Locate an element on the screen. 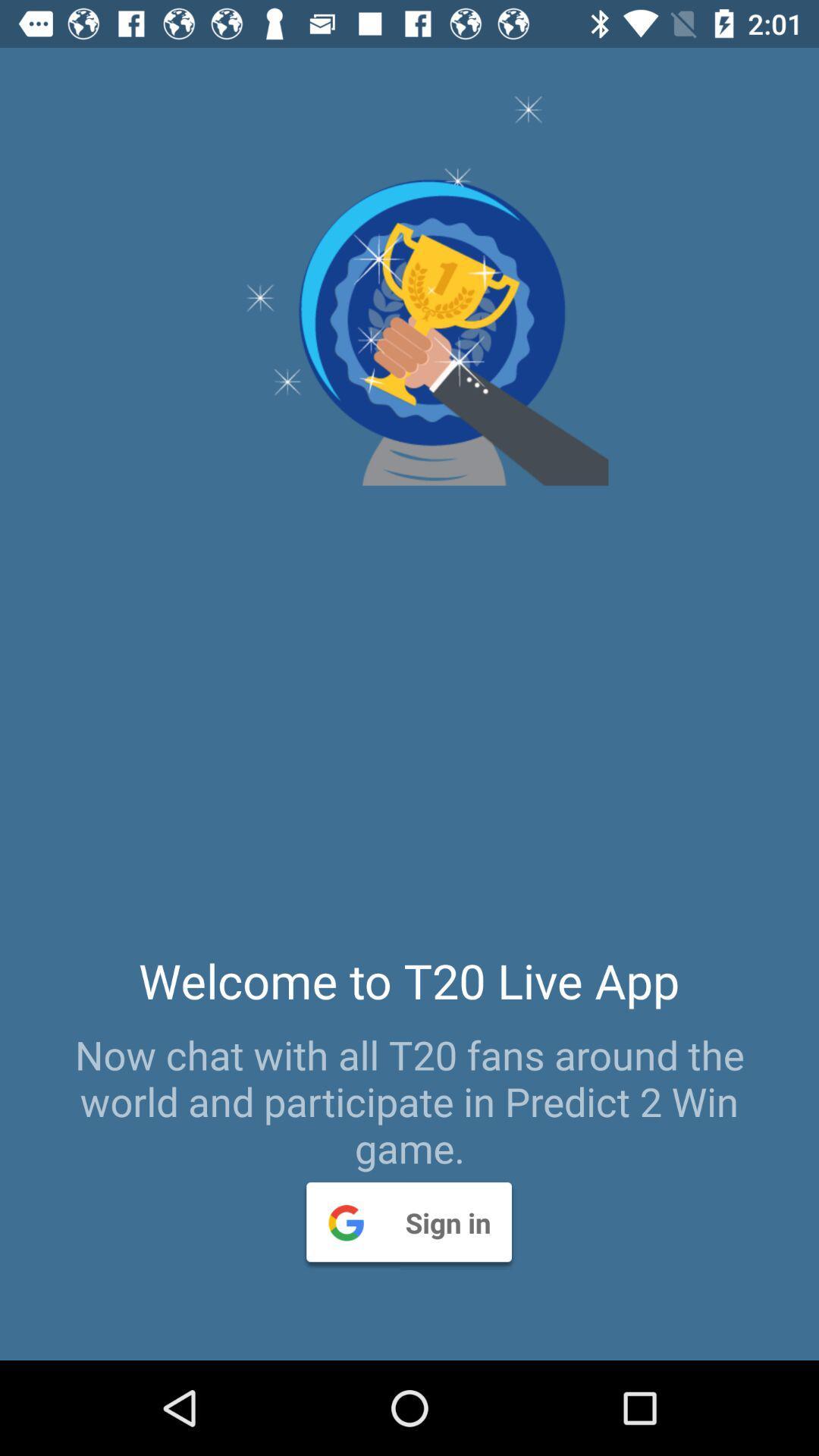 Image resolution: width=819 pixels, height=1456 pixels. the item below the now chat with item is located at coordinates (408, 1222).